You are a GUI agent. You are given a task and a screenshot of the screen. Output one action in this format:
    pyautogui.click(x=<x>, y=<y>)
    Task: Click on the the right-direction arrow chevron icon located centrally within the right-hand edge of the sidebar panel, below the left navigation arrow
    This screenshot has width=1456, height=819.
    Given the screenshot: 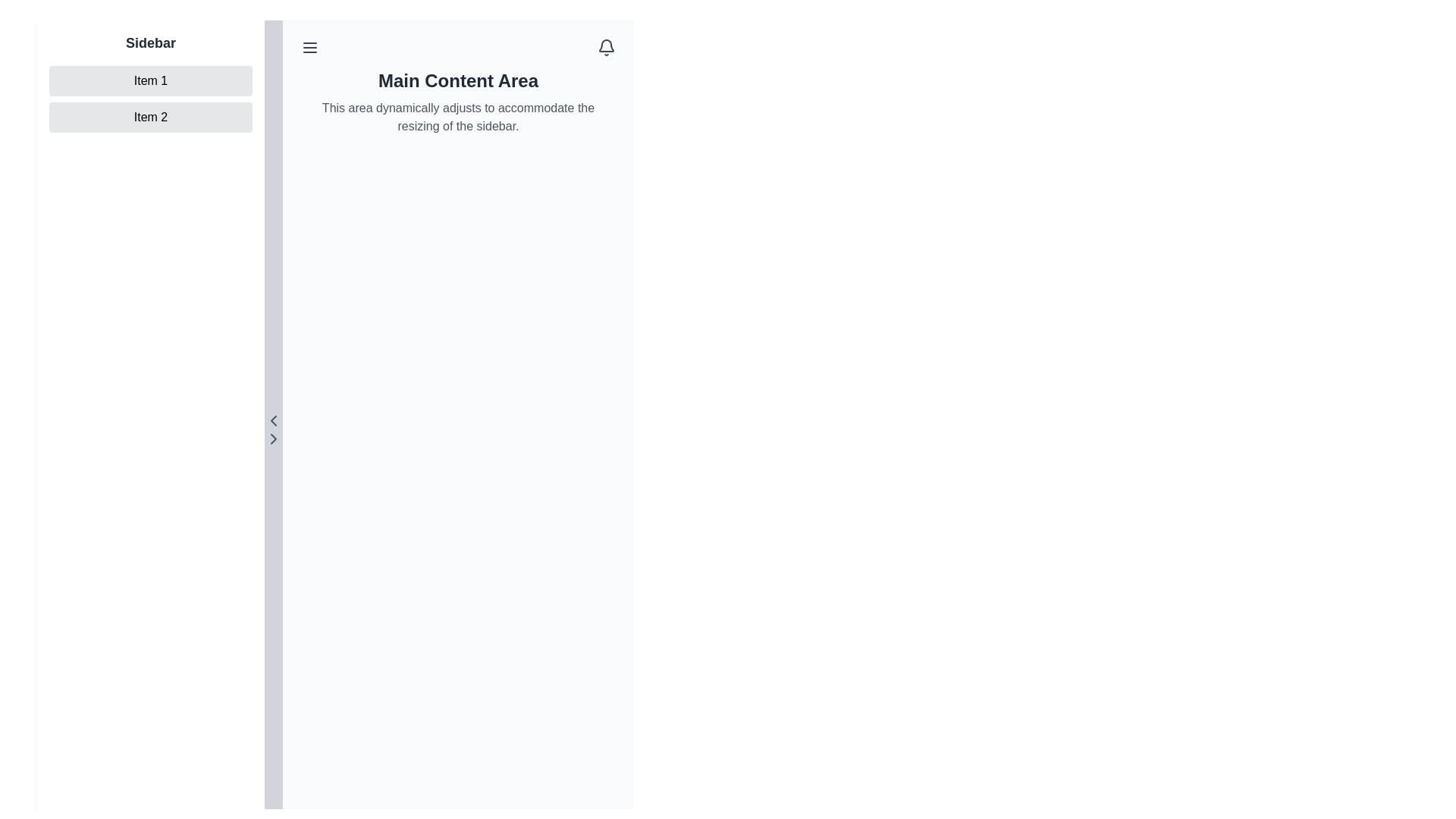 What is the action you would take?
    pyautogui.click(x=273, y=438)
    